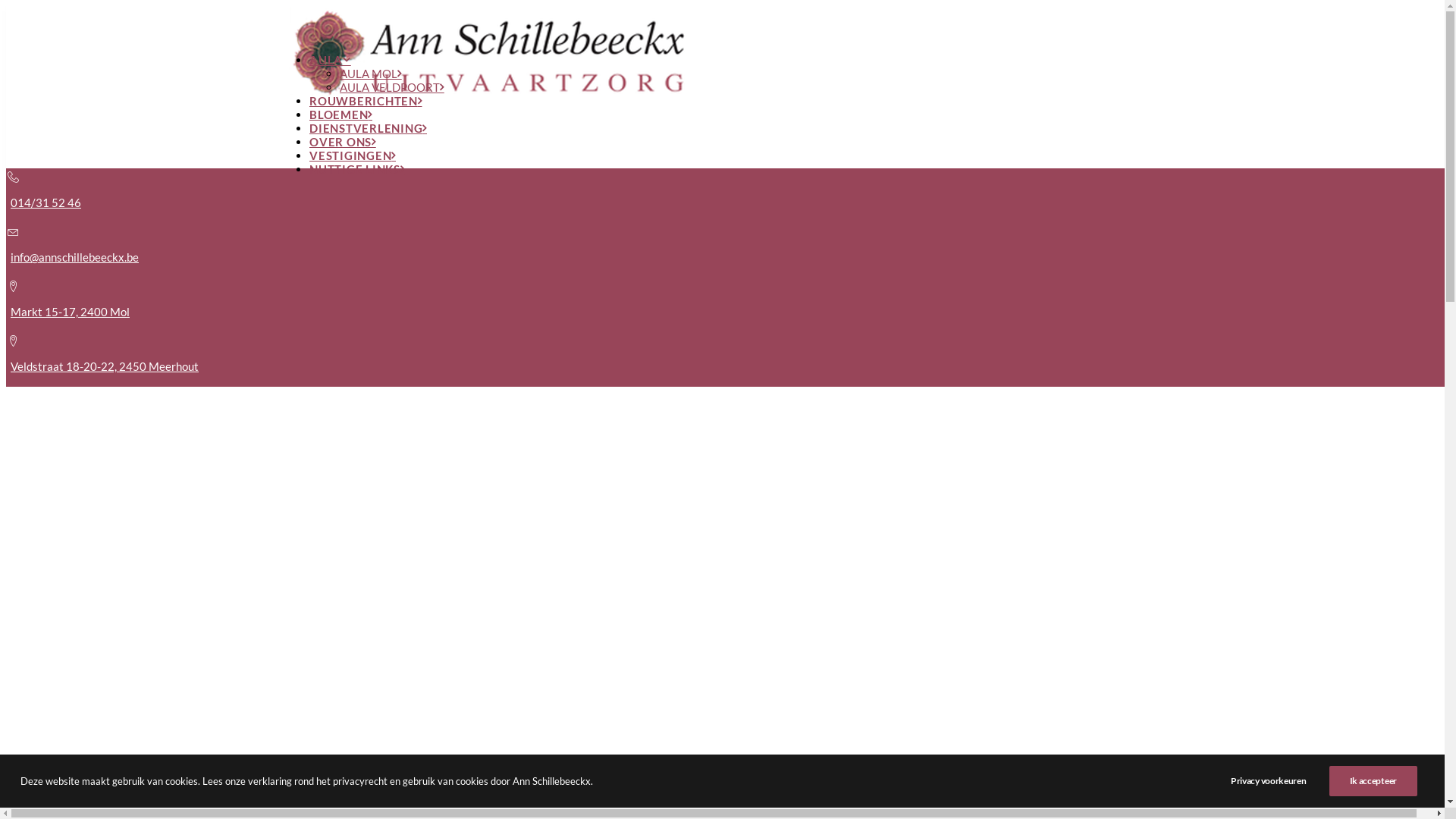 The image size is (1456, 819). Describe the element at coordinates (1328, 780) in the screenshot. I see `'Ik accepteer'` at that location.